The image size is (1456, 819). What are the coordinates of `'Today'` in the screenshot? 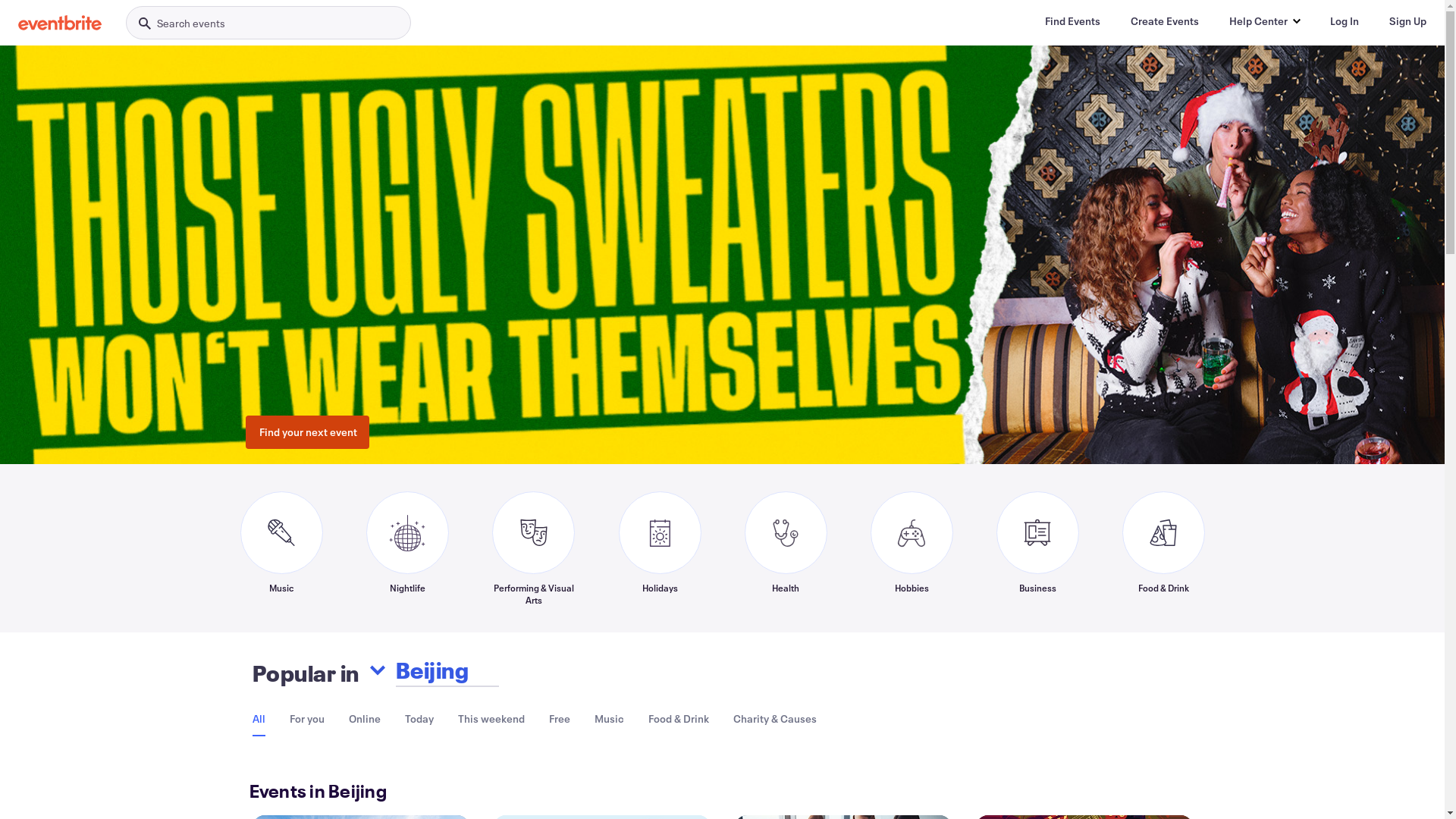 It's located at (404, 717).